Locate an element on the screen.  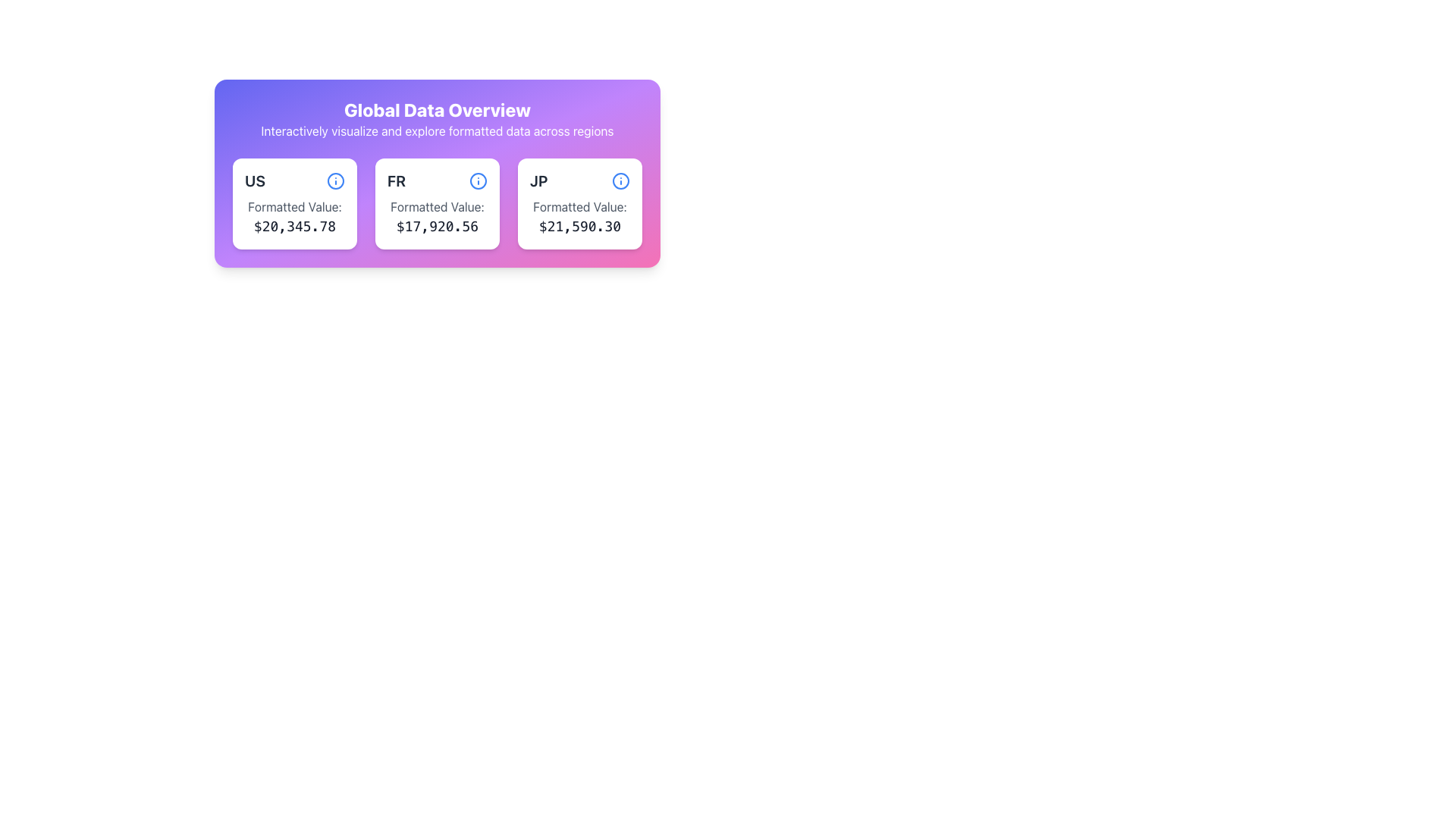
the text component displaying 'FR' in a bold font, positioned on the left side of a blue circular icon is located at coordinates (397, 180).